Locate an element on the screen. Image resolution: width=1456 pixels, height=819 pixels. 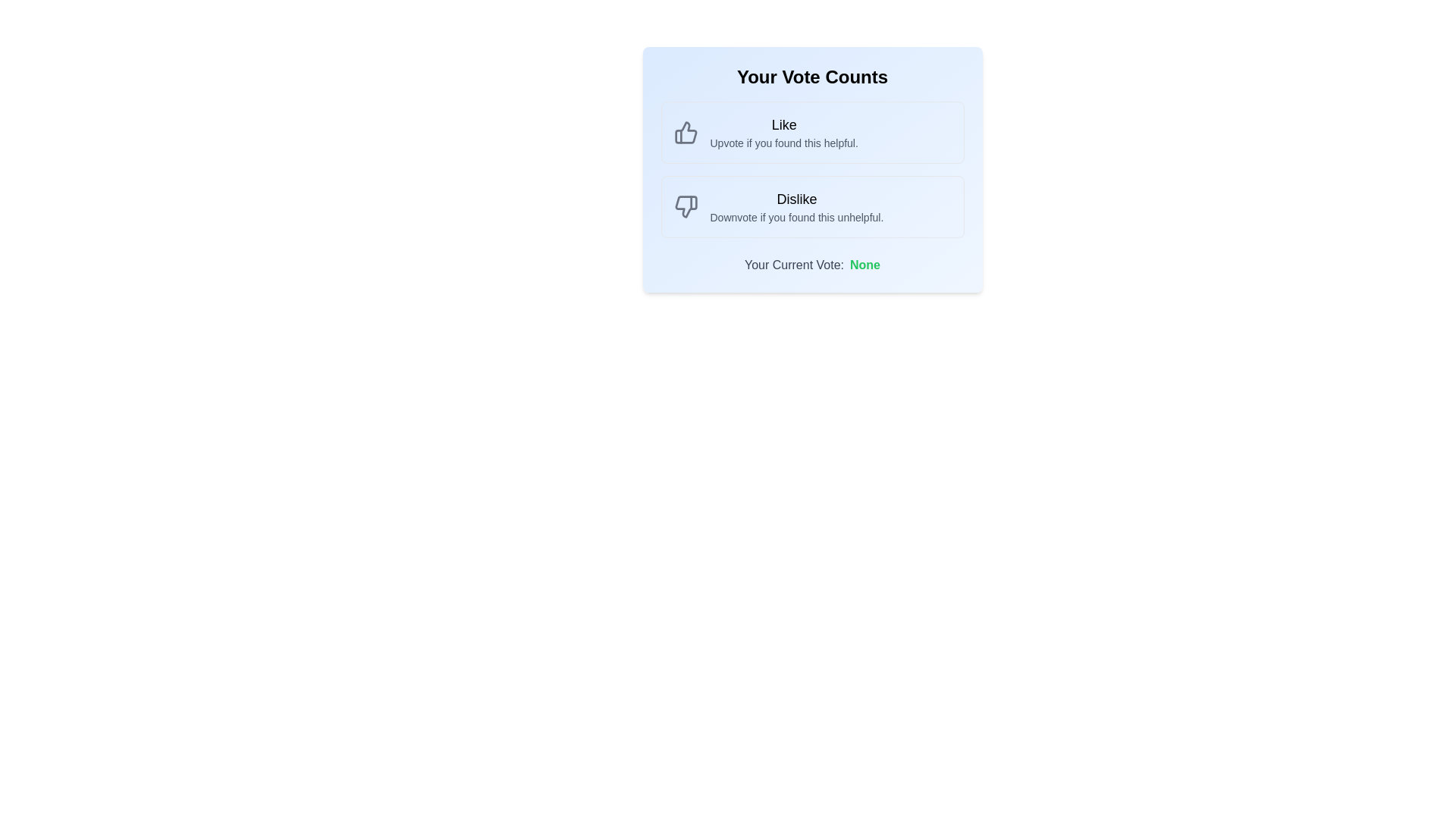
the text label that serves as a title for the voting functionality, located at the top of the box and horizontally centered is located at coordinates (811, 77).